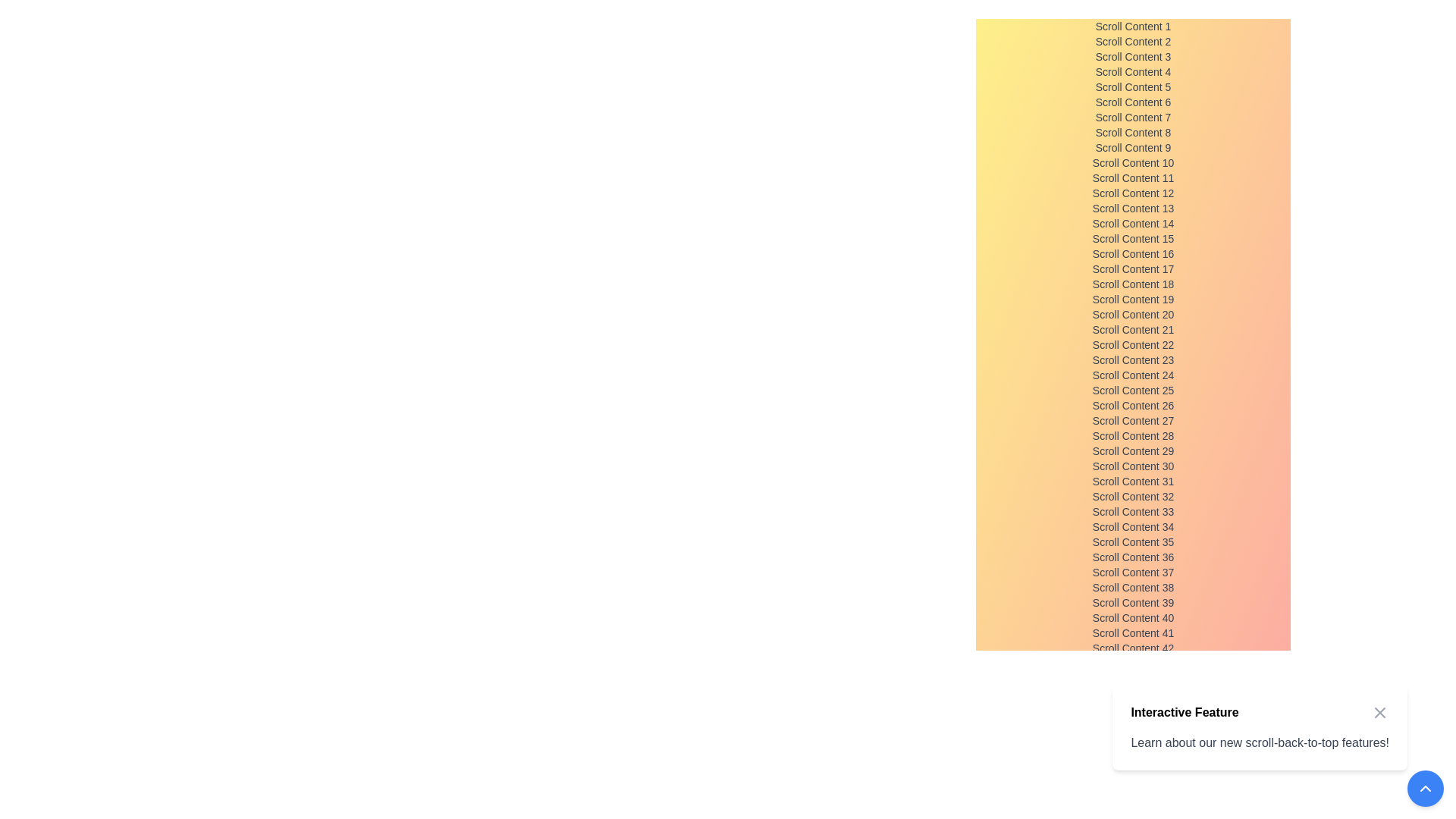 This screenshot has height=819, width=1456. I want to click on the static text label that displays 'Scroll Content 41', which is styled in a smaller font size and medium gray color, located near the bottom of a vertically stacked list of similar elements, so click(1133, 632).